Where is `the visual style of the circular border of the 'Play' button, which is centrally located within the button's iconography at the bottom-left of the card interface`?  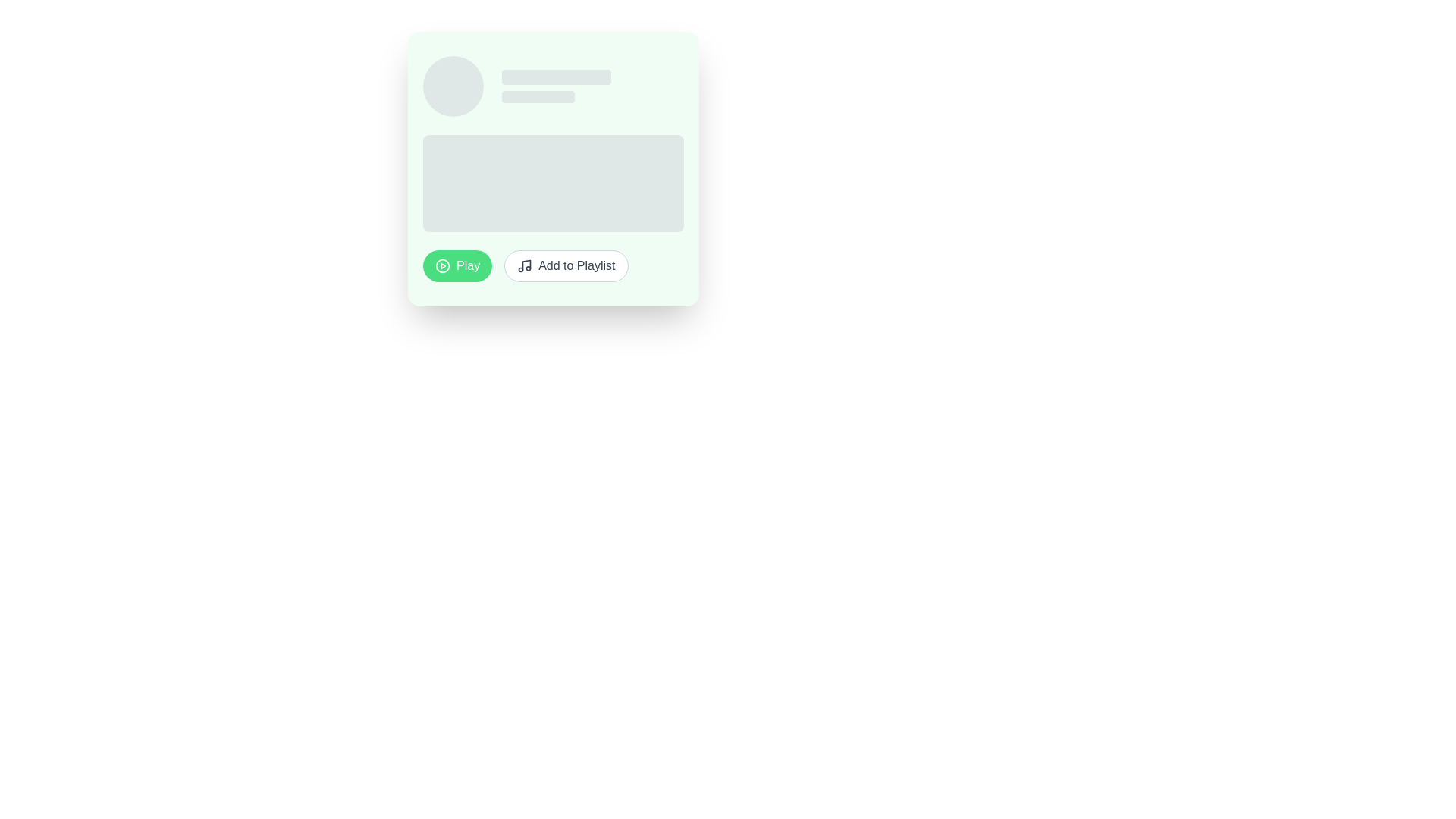 the visual style of the circular border of the 'Play' button, which is centrally located within the button's iconography at the bottom-left of the card interface is located at coordinates (442, 265).